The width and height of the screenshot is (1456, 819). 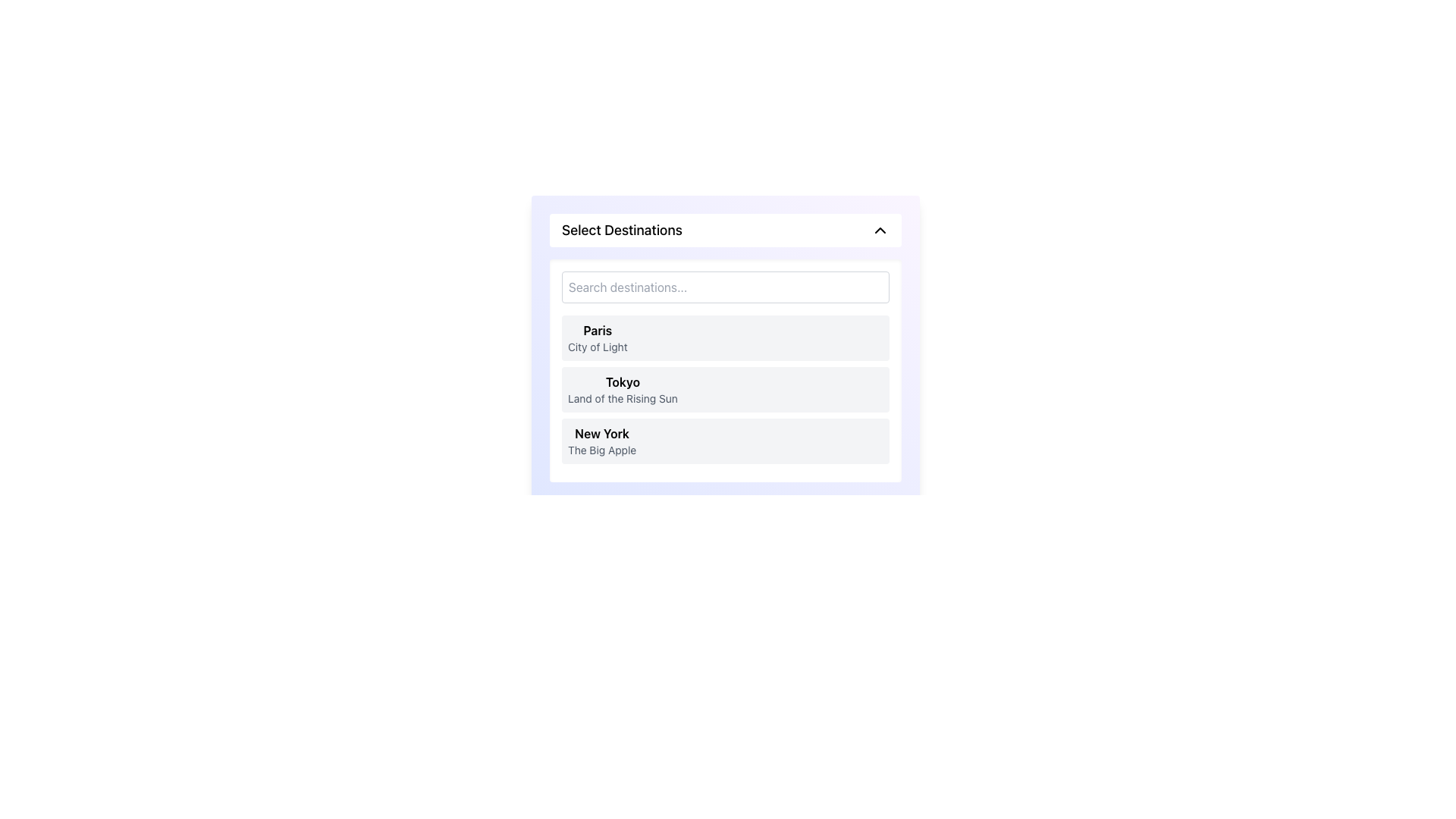 I want to click on the List Item displaying 'Tokyo' which has bolded text and a descriptive phrase, so click(x=623, y=388).